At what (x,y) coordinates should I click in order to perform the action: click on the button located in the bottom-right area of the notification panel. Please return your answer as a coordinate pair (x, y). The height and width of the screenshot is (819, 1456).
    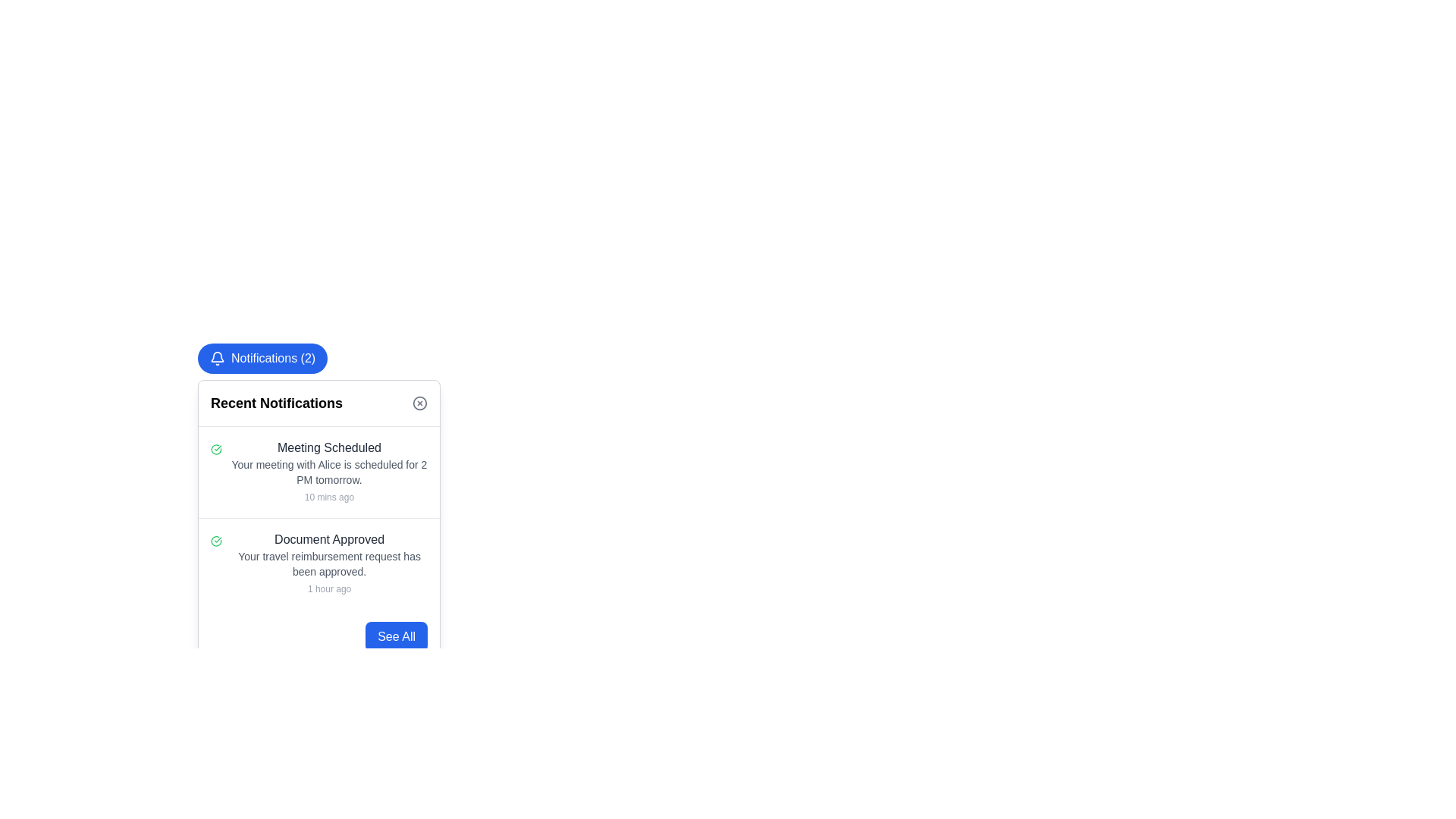
    Looking at the image, I should click on (318, 637).